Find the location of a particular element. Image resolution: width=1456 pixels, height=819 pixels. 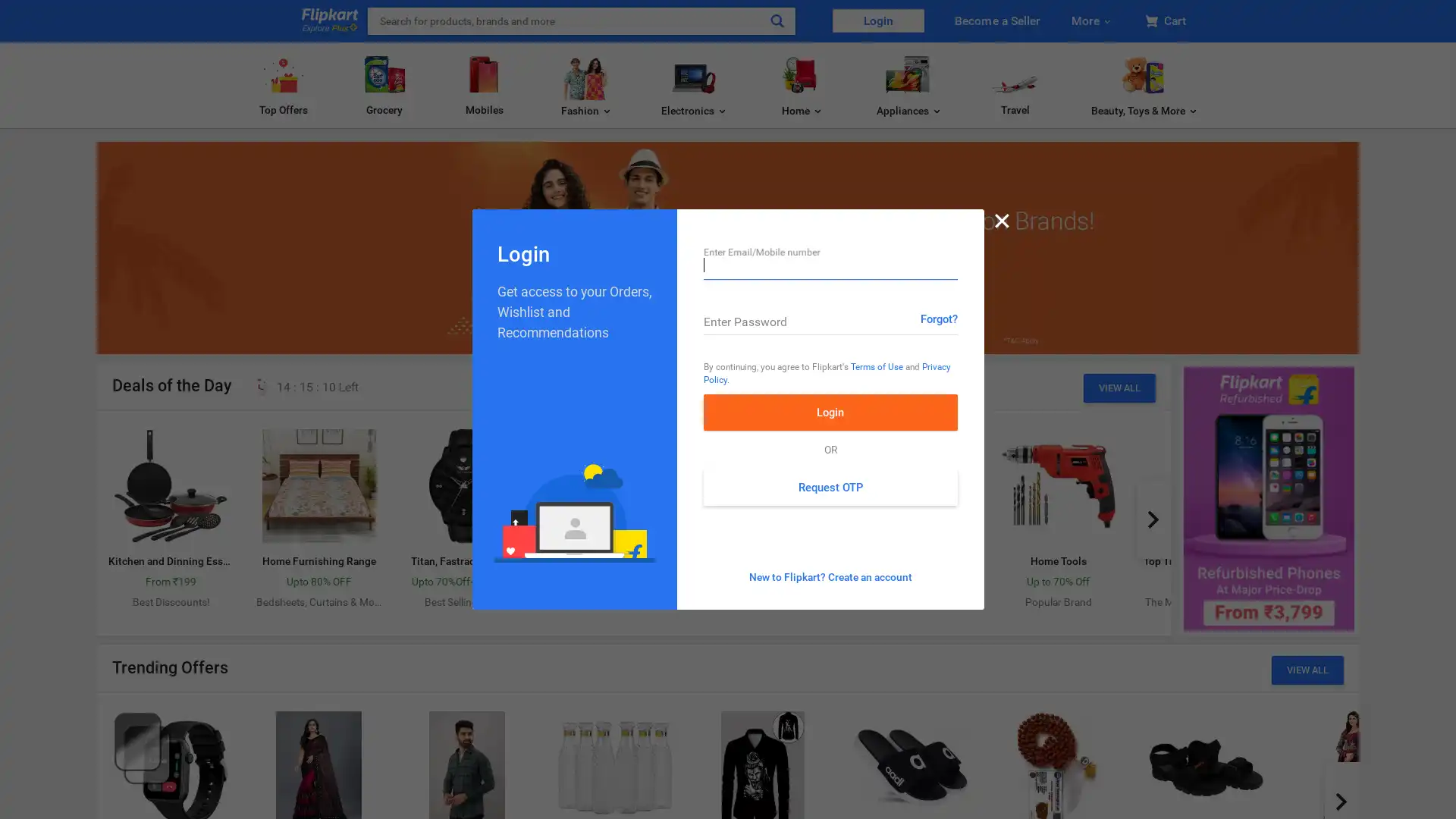

Request OTP is located at coordinates (829, 488).